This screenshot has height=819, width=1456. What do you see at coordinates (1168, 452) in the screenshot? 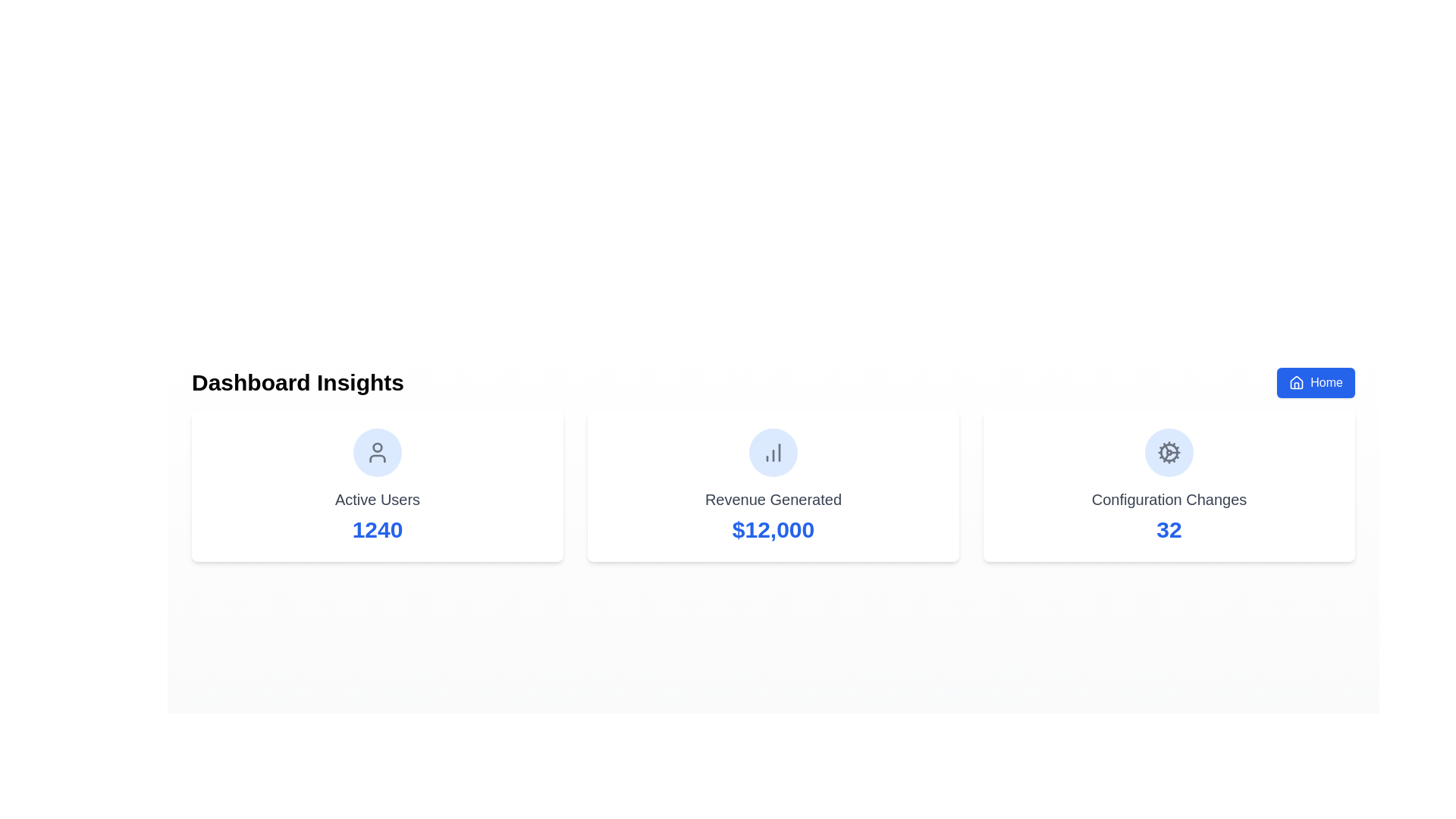
I see `the largest circular part of the cog icon located in the top-right region of the card labeled 'Configuration Changes'` at bounding box center [1168, 452].